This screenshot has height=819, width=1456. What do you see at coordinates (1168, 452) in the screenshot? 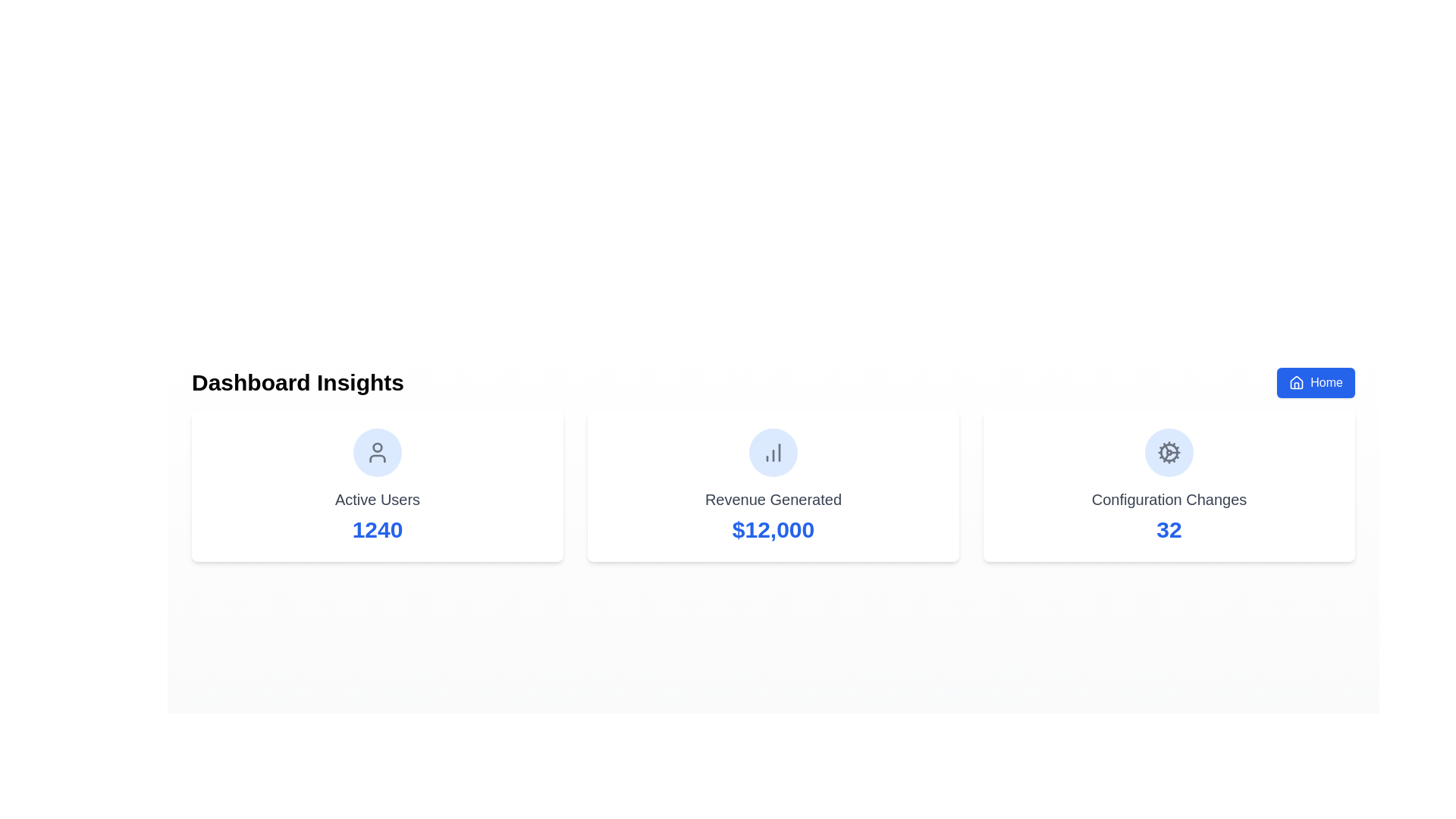
I see `the largest circular part of the cog icon located in the top-right region of the card labeled 'Configuration Changes'` at bounding box center [1168, 452].